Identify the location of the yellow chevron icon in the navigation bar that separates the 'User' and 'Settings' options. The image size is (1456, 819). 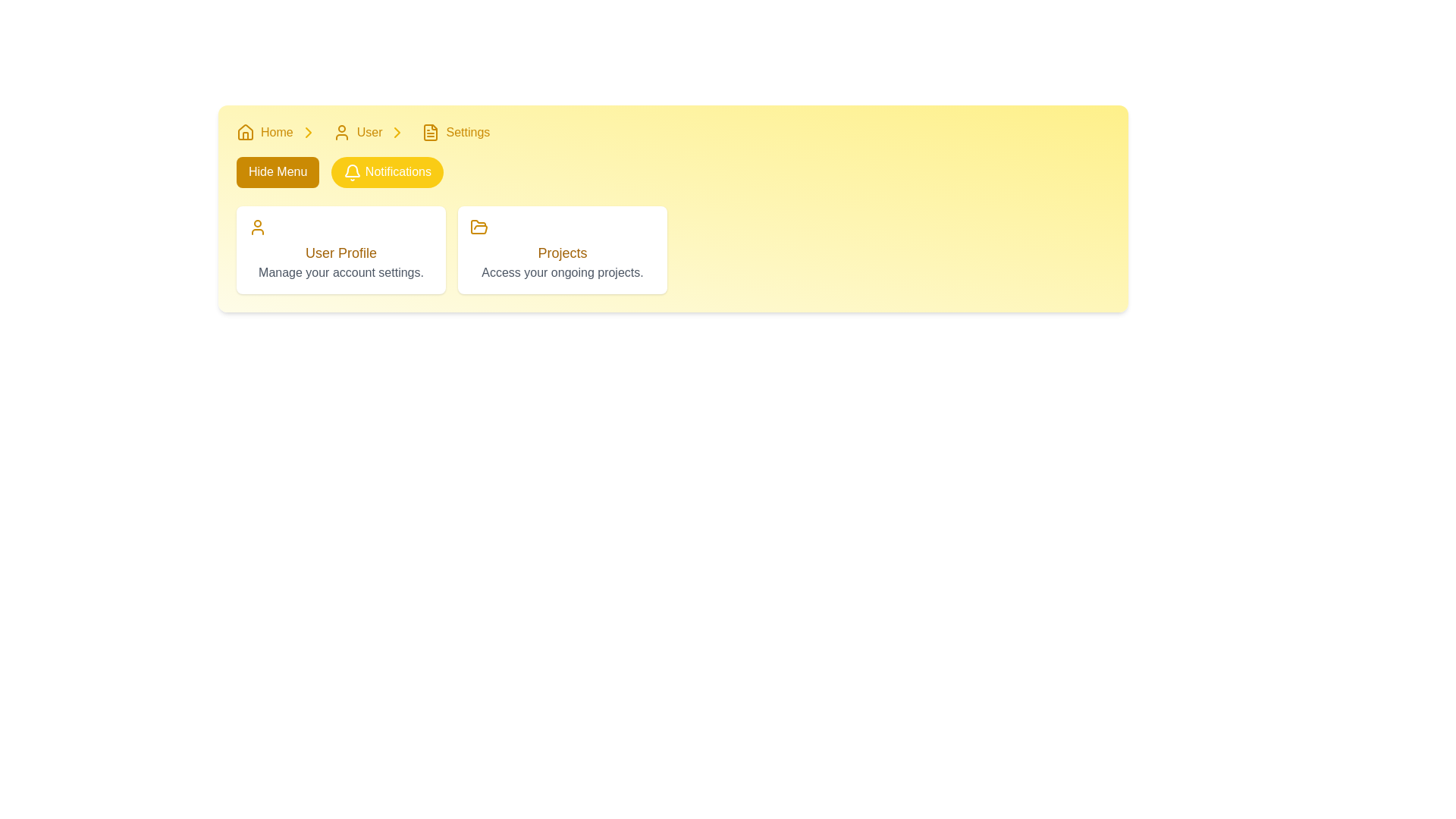
(307, 131).